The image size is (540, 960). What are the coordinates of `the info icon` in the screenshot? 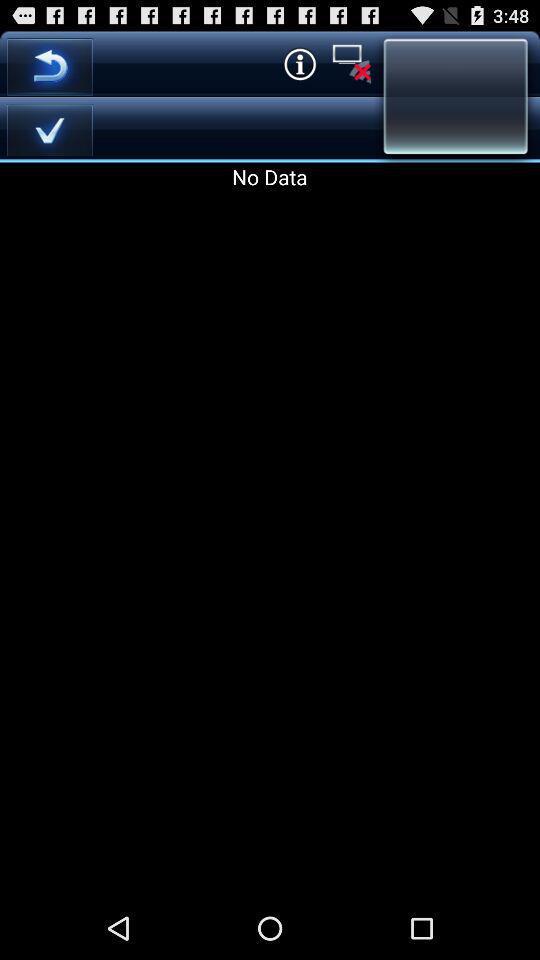 It's located at (298, 68).